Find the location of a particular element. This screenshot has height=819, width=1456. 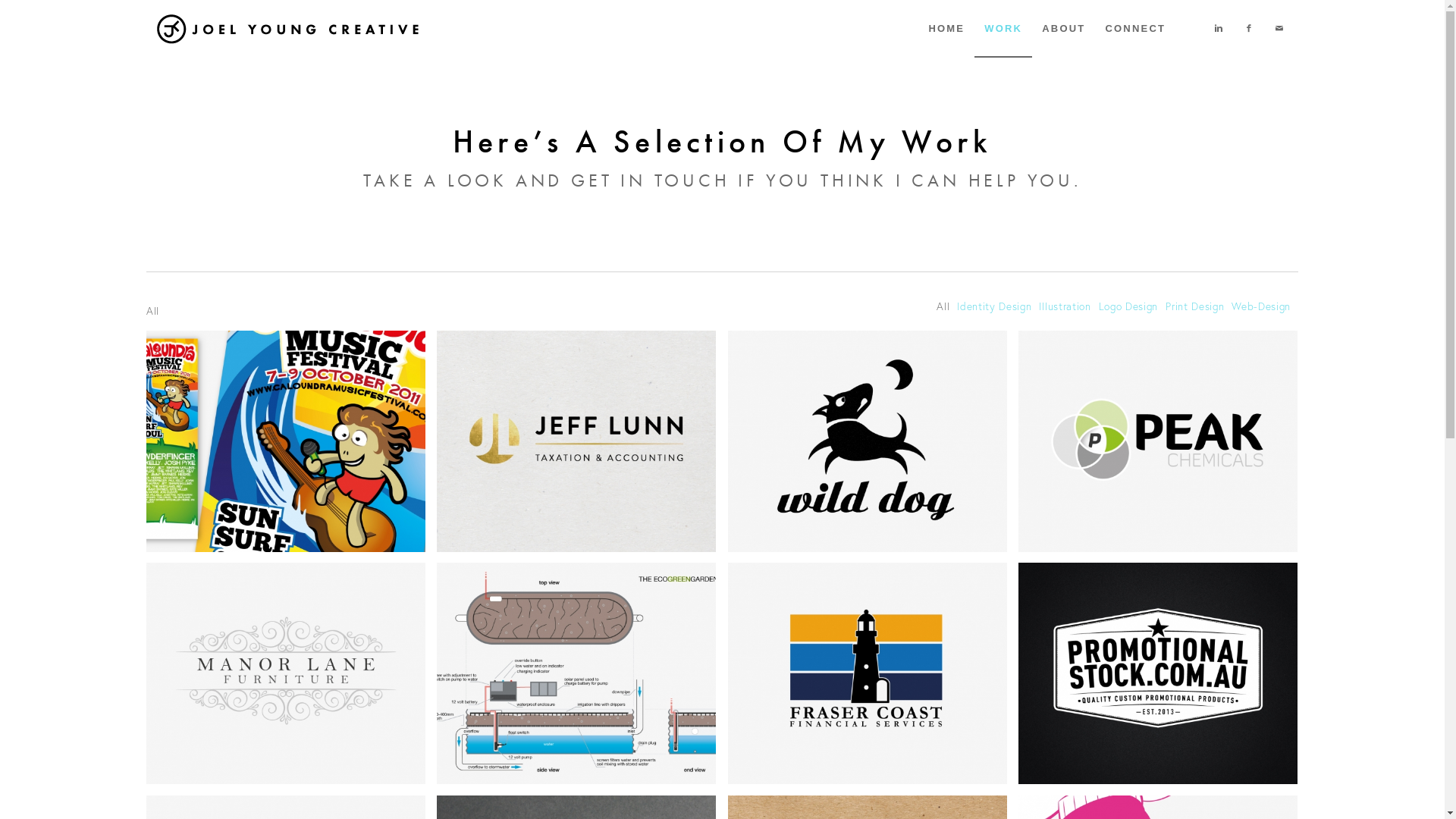

'Logo Design' is located at coordinates (1128, 307).